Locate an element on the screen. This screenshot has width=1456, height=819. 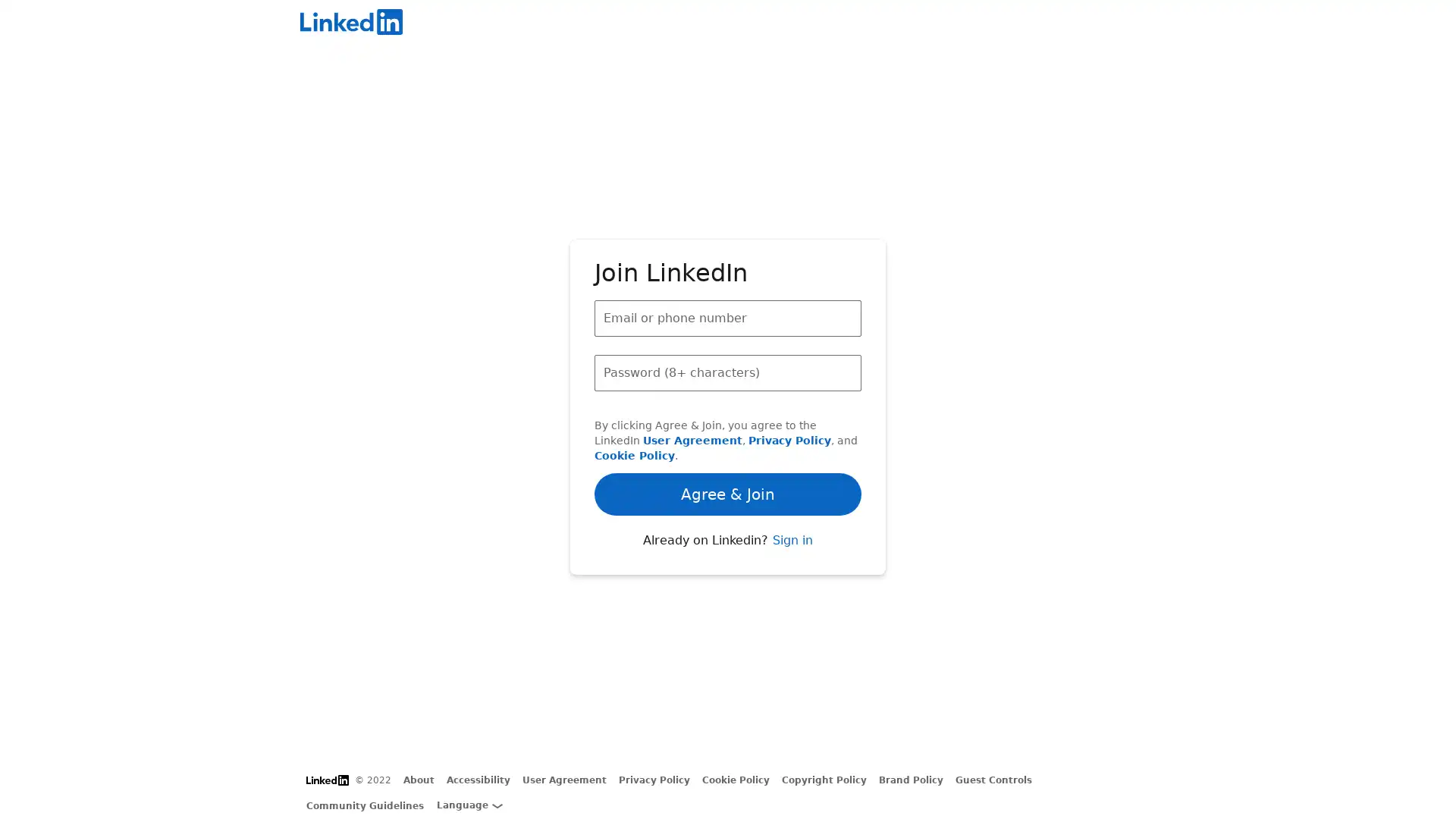
Language is located at coordinates (469, 804).